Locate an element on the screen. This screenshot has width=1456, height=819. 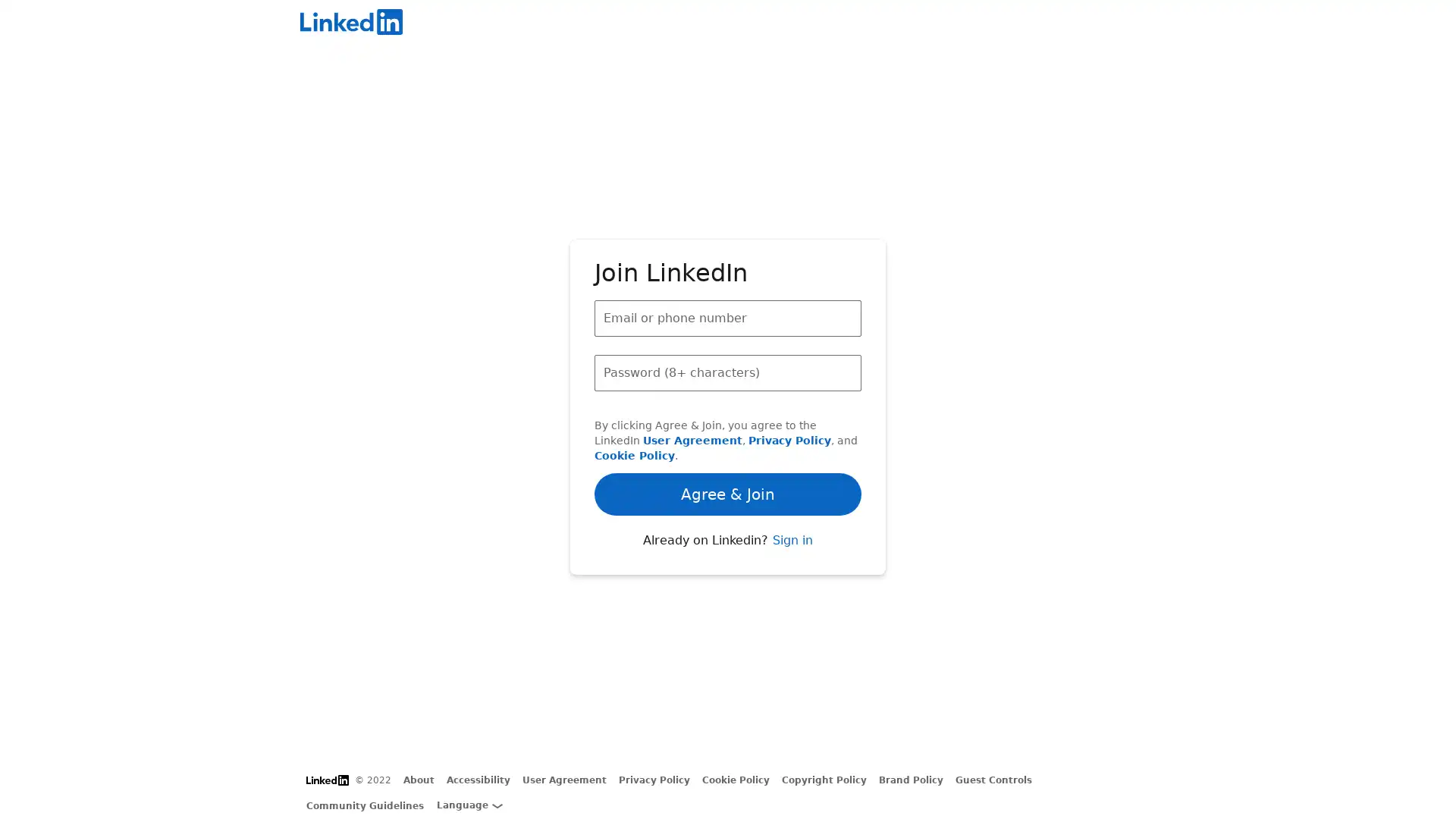
Language is located at coordinates (469, 804).